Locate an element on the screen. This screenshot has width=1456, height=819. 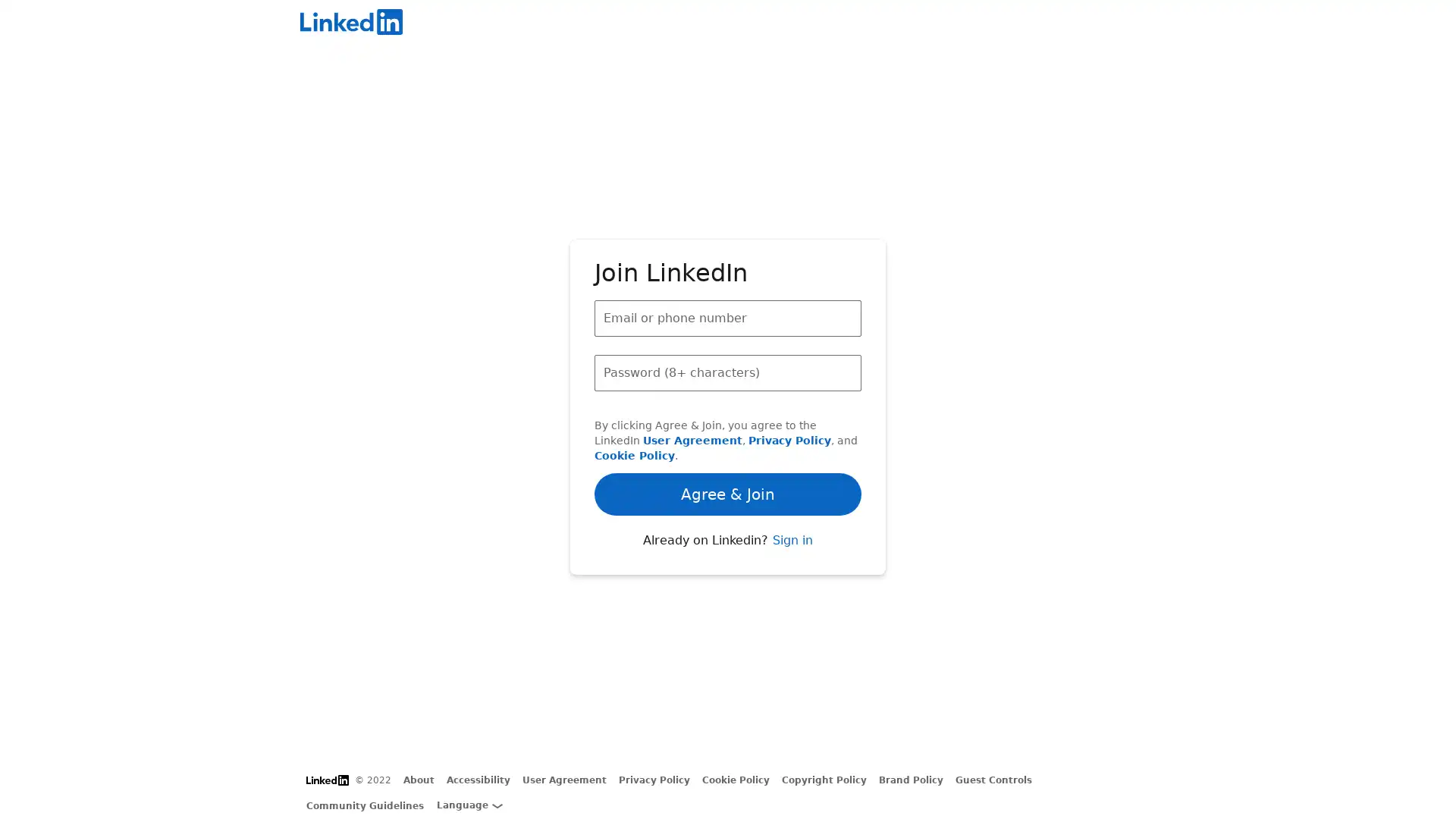
Language is located at coordinates (469, 804).